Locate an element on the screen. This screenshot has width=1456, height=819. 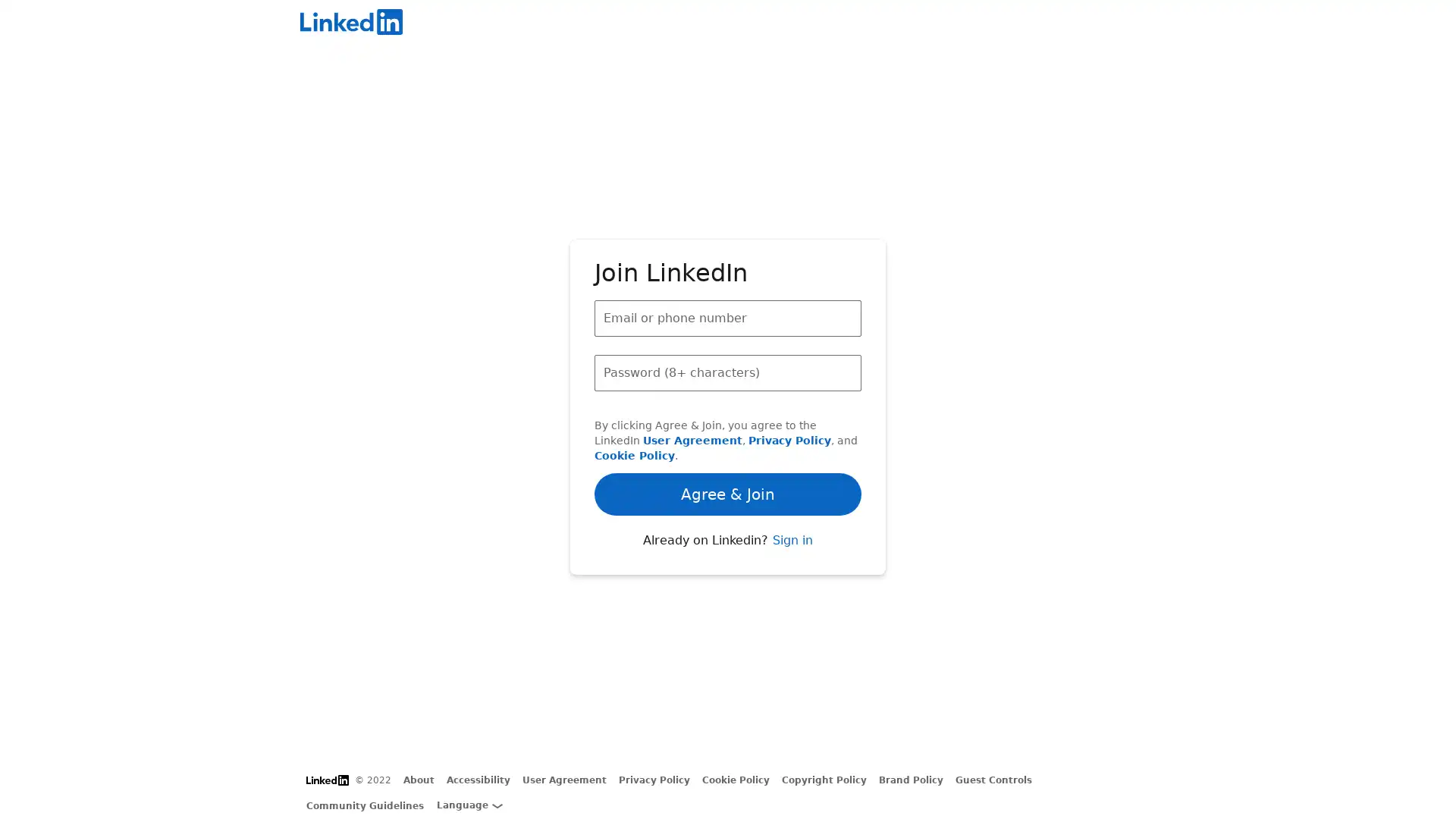
Language is located at coordinates (469, 804).